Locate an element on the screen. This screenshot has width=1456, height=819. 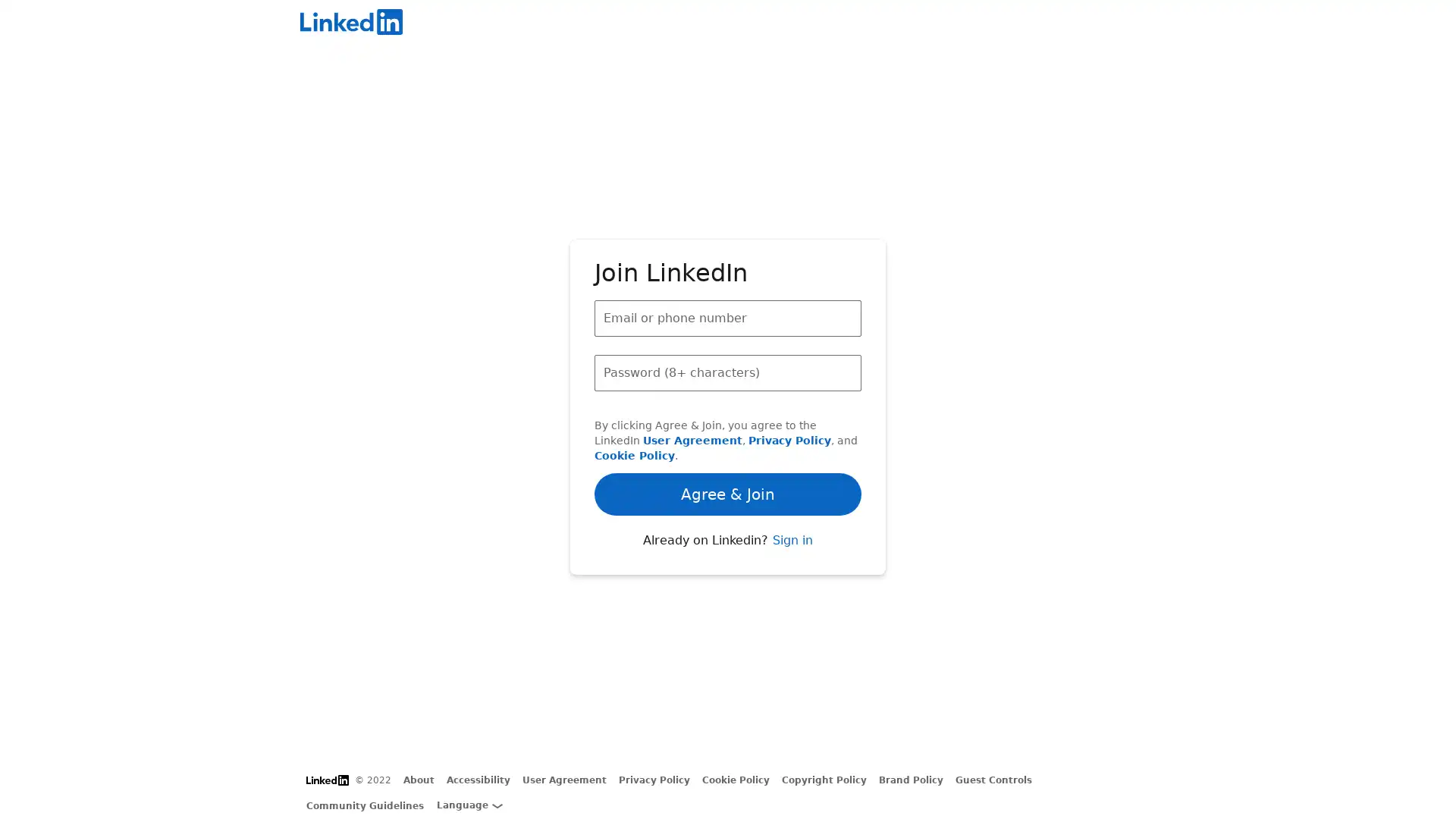
Language is located at coordinates (469, 804).